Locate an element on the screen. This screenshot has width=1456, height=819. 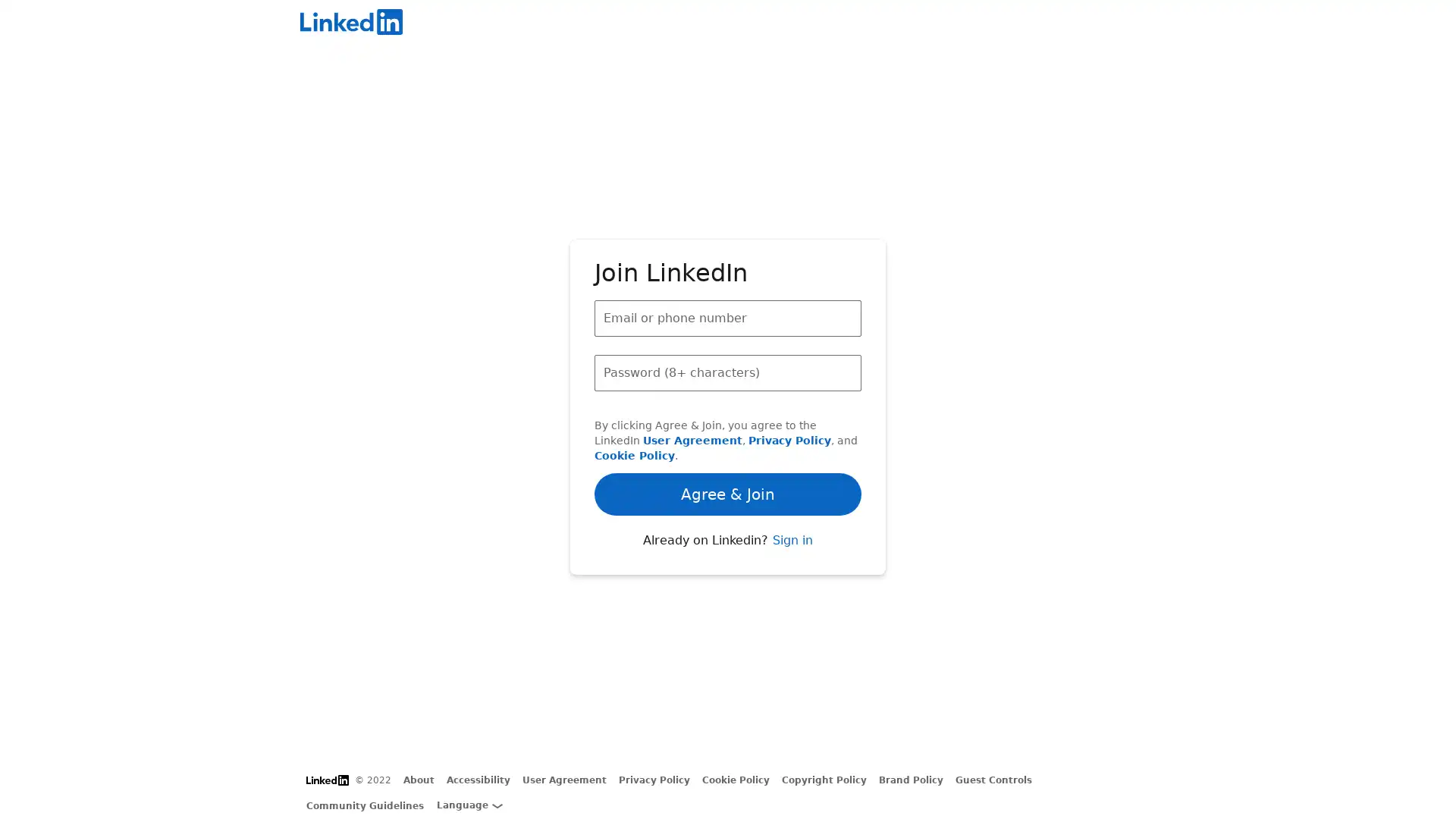
Language is located at coordinates (469, 804).